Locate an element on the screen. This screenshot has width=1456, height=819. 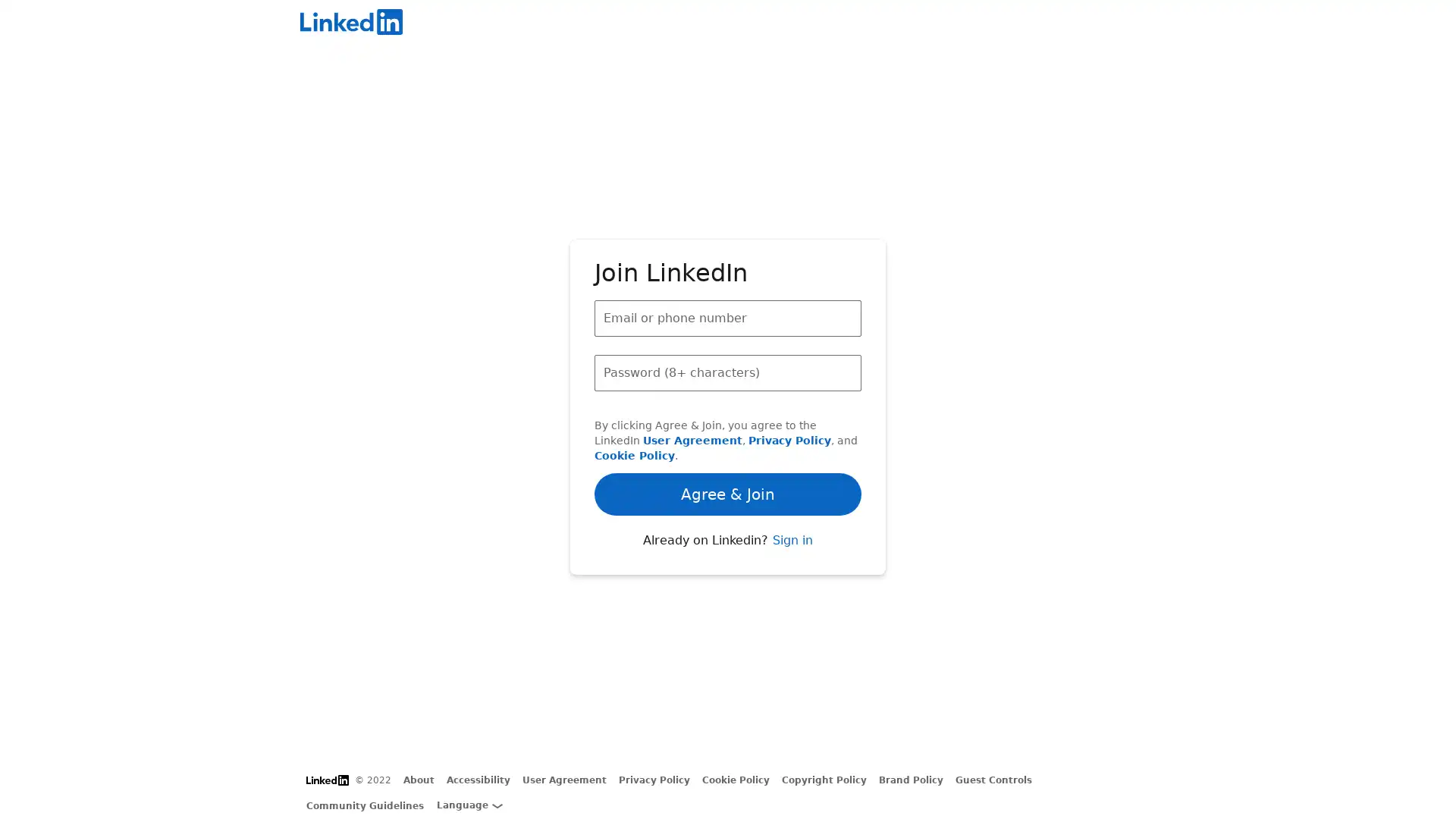
Language is located at coordinates (469, 804).